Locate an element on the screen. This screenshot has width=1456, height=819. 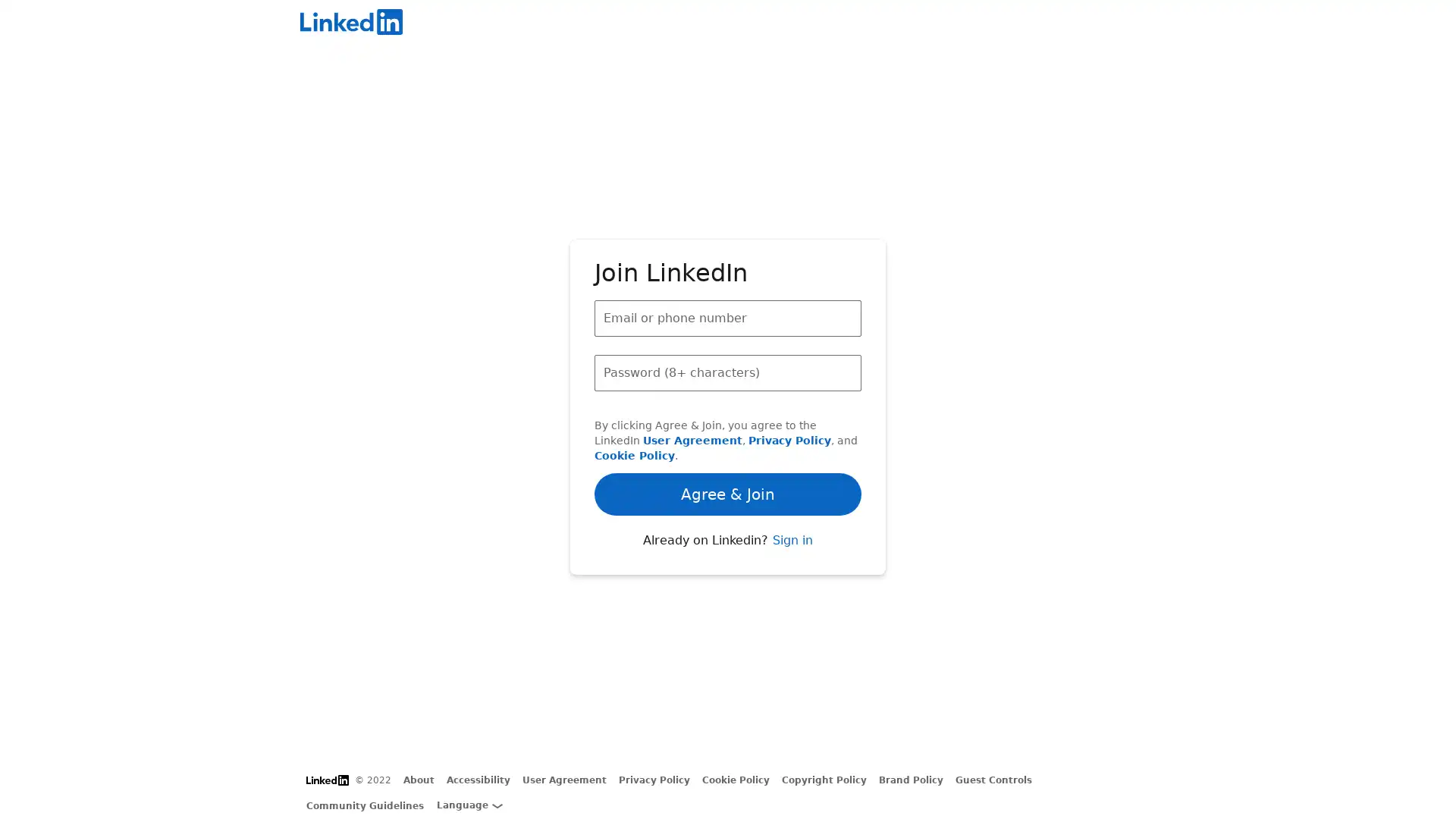
Language is located at coordinates (469, 804).